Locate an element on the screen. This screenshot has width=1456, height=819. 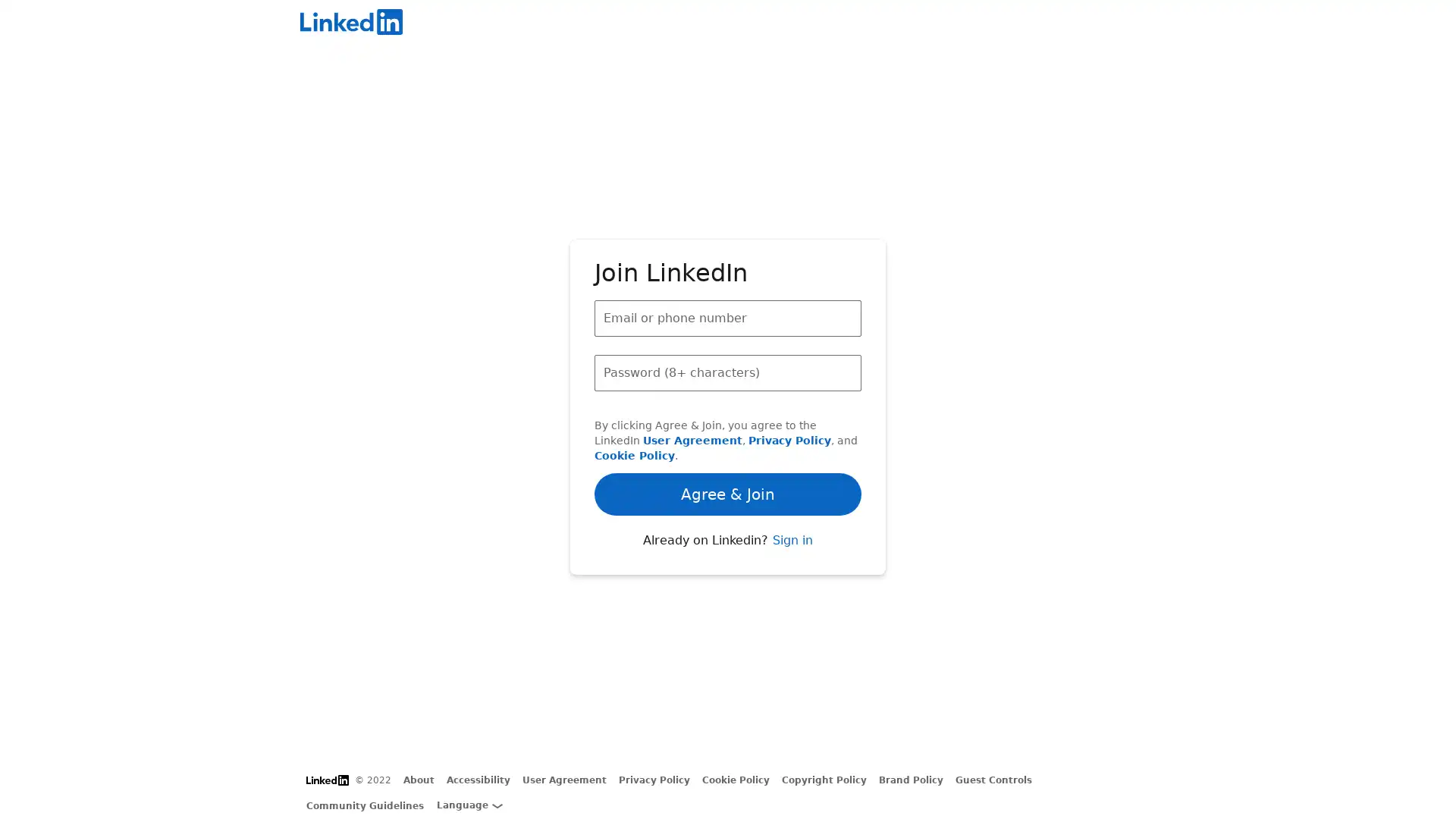
Language is located at coordinates (469, 804).